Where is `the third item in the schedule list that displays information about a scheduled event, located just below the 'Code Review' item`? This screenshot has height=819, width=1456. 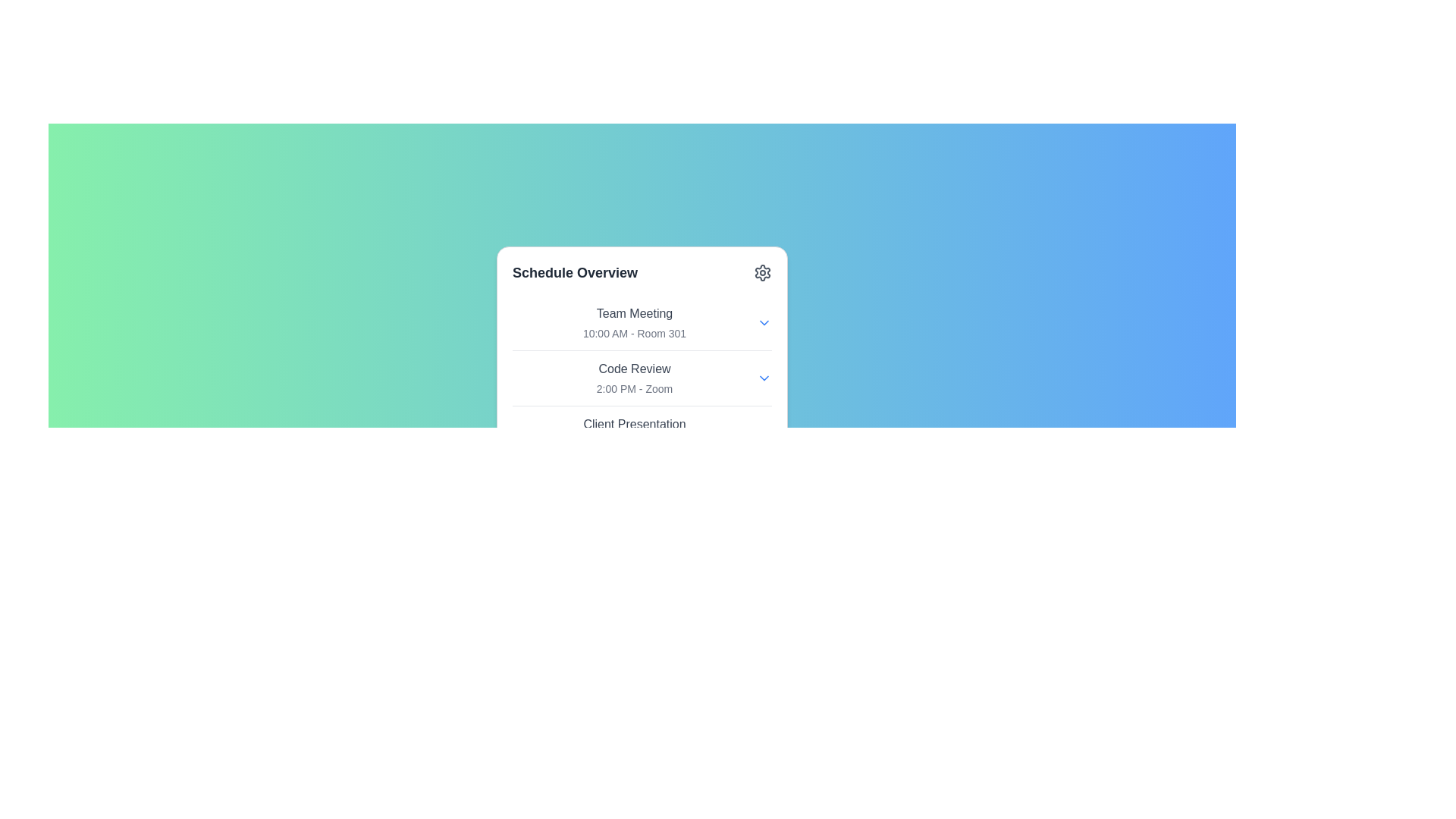
the third item in the schedule list that displays information about a scheduled event, located just below the 'Code Review' item is located at coordinates (634, 433).